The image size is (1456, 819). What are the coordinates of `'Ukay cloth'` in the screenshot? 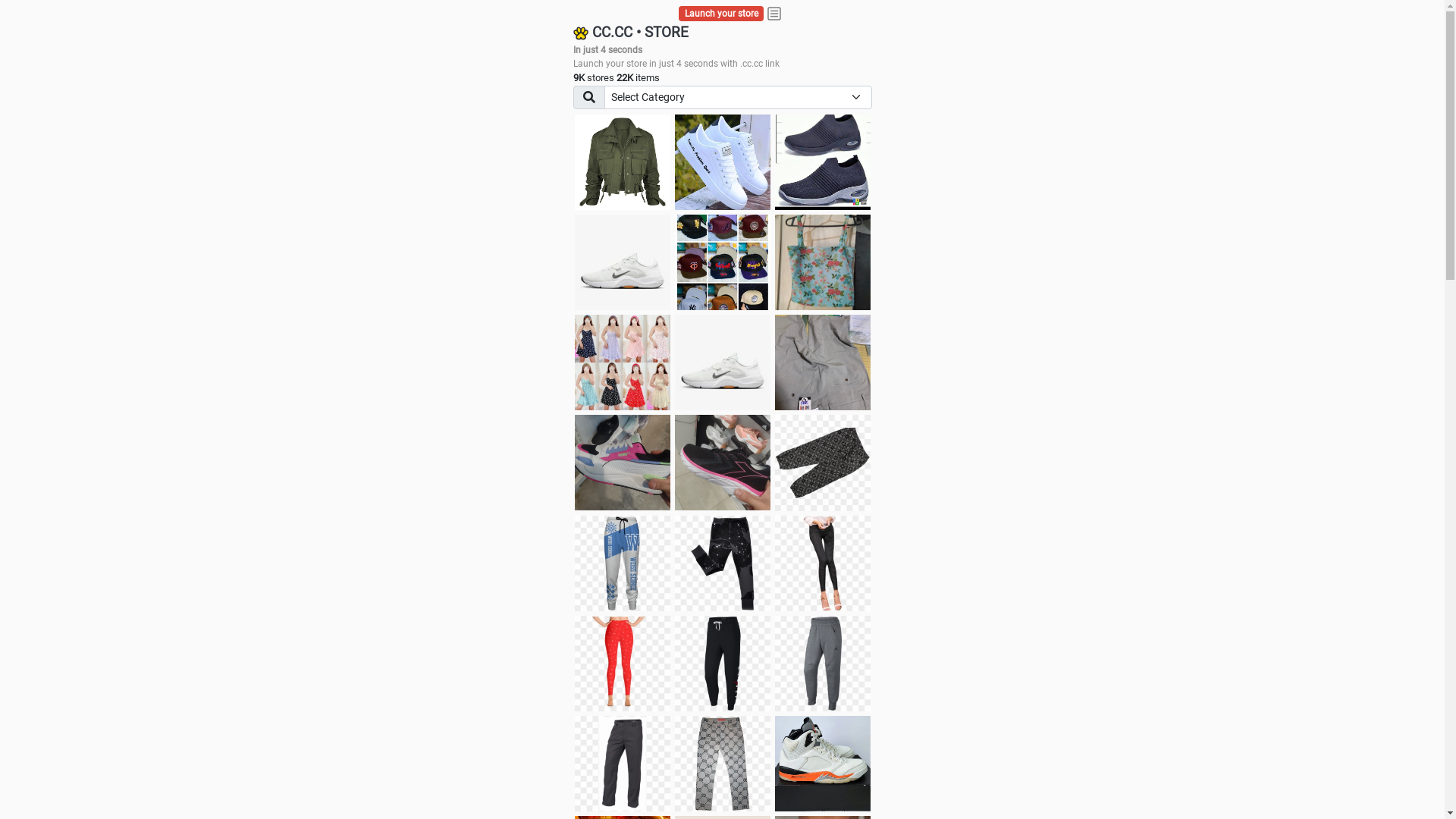 It's located at (775, 262).